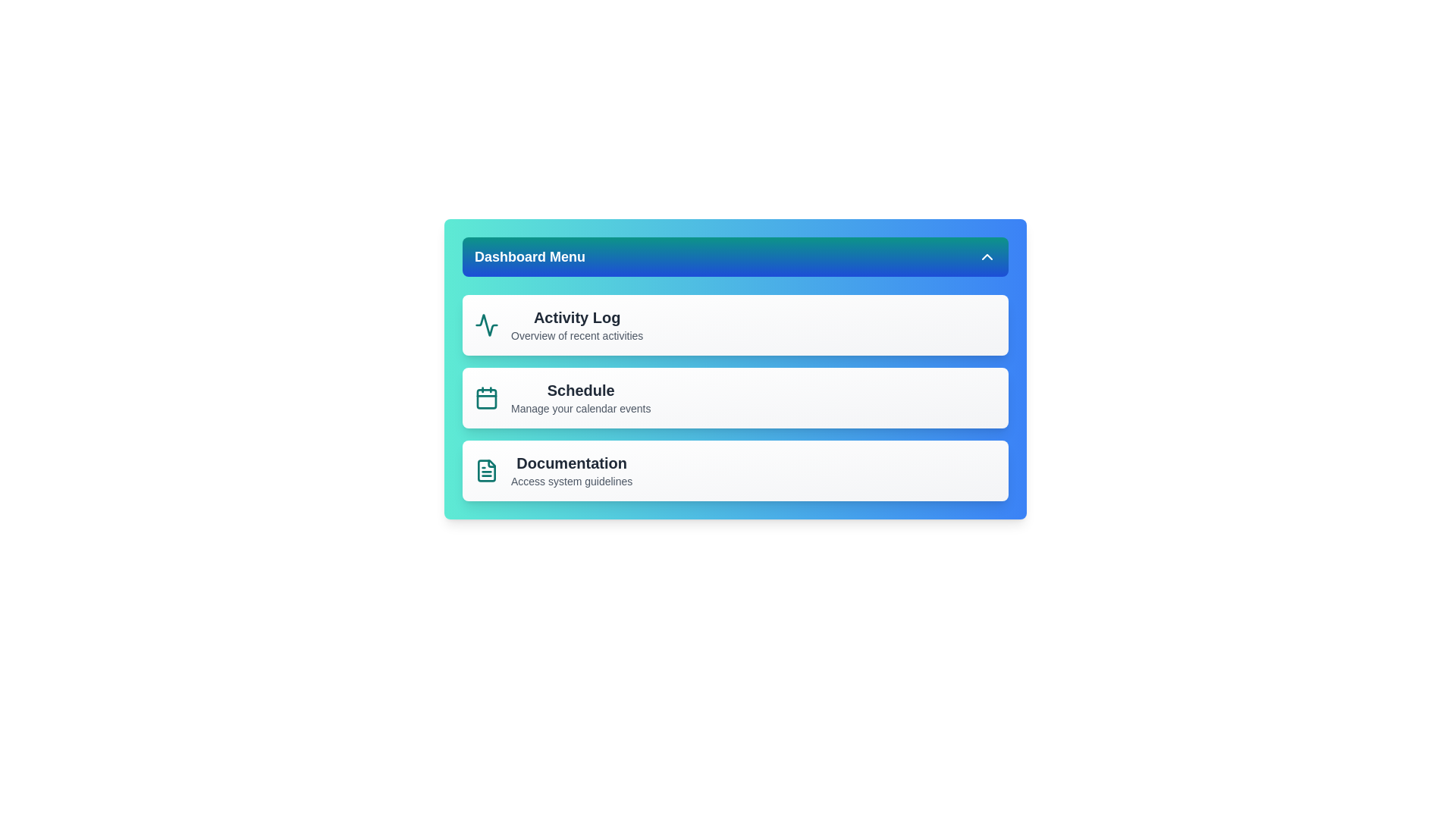 This screenshot has width=1456, height=819. I want to click on the icon associated with Activity Log, so click(487, 324).